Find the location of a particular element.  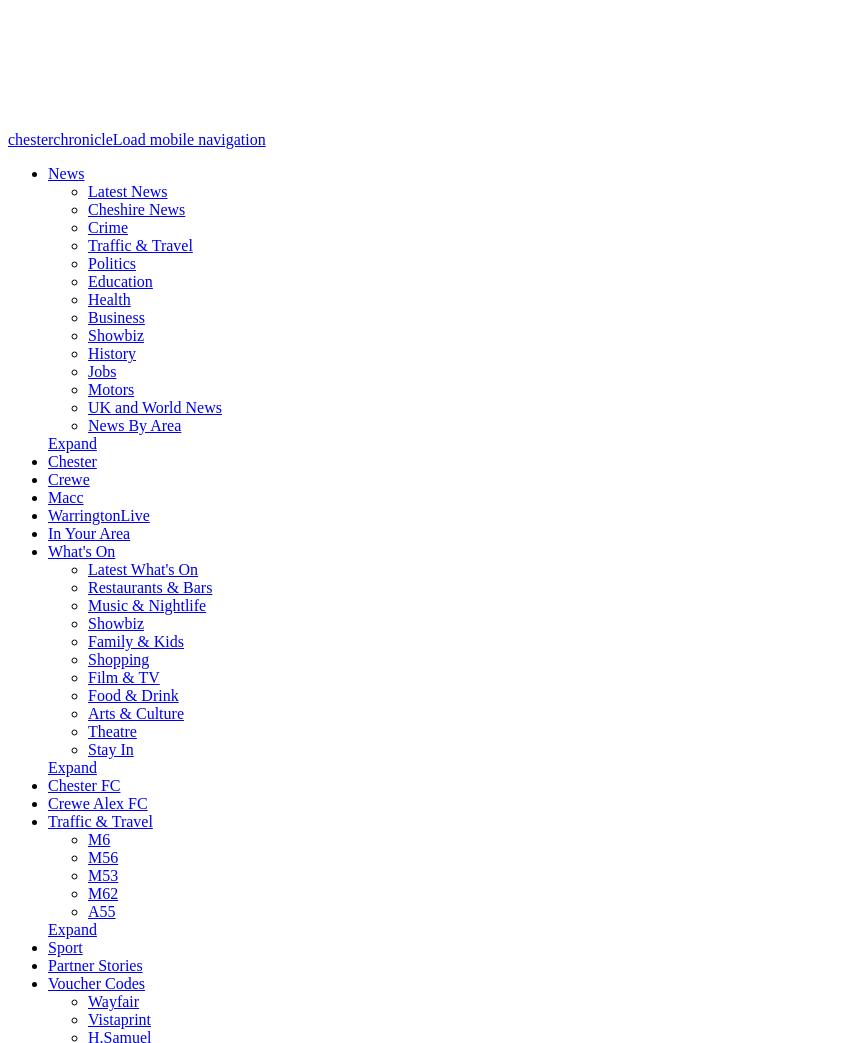

'Arts & Culture' is located at coordinates (134, 713).